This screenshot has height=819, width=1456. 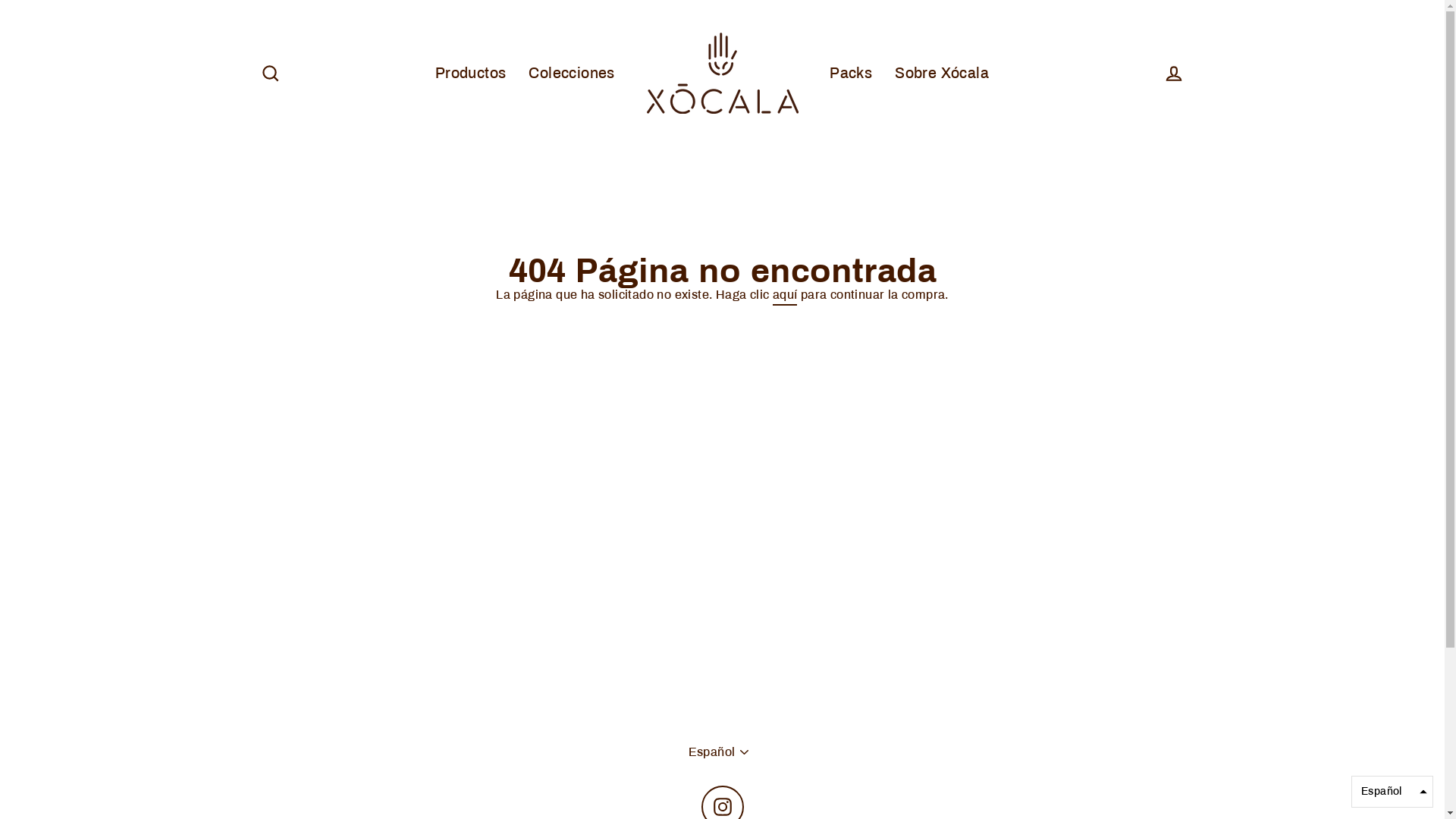 What do you see at coordinates (423, 73) in the screenshot?
I see `'Productos'` at bounding box center [423, 73].